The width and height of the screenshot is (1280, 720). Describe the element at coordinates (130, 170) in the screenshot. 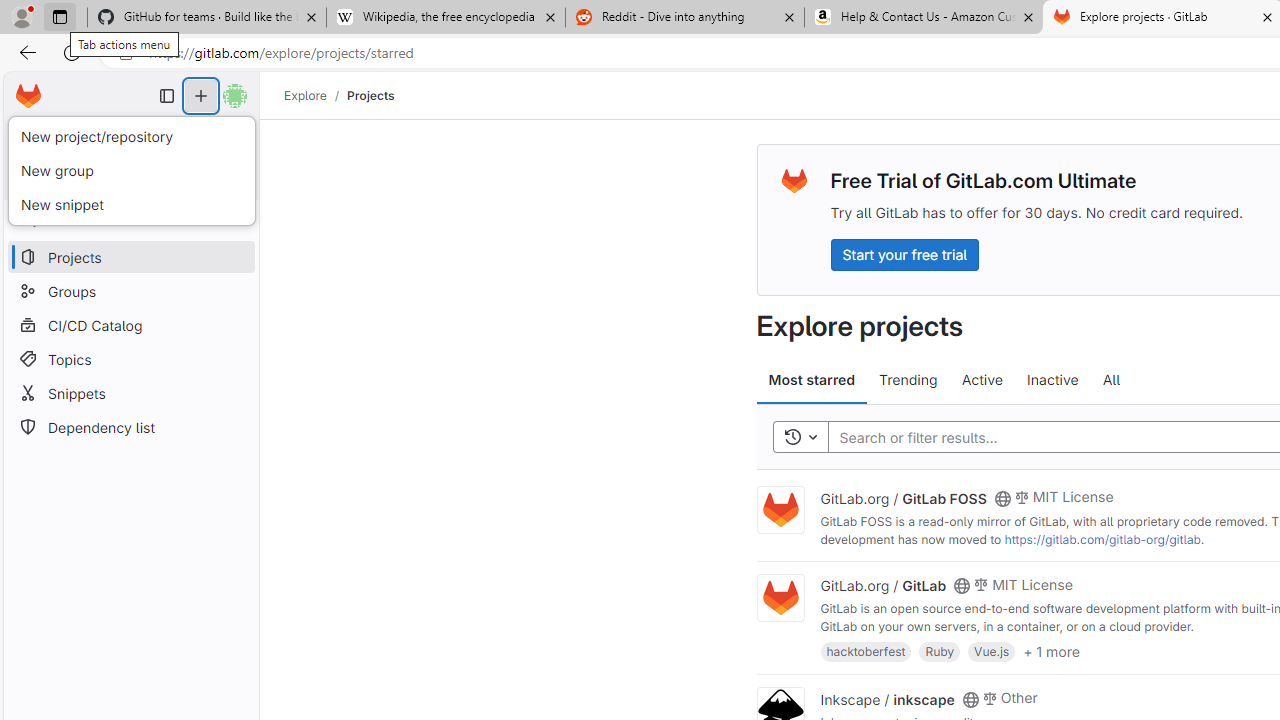

I see `'New project/repositoryNew groupNew snippet'` at that location.